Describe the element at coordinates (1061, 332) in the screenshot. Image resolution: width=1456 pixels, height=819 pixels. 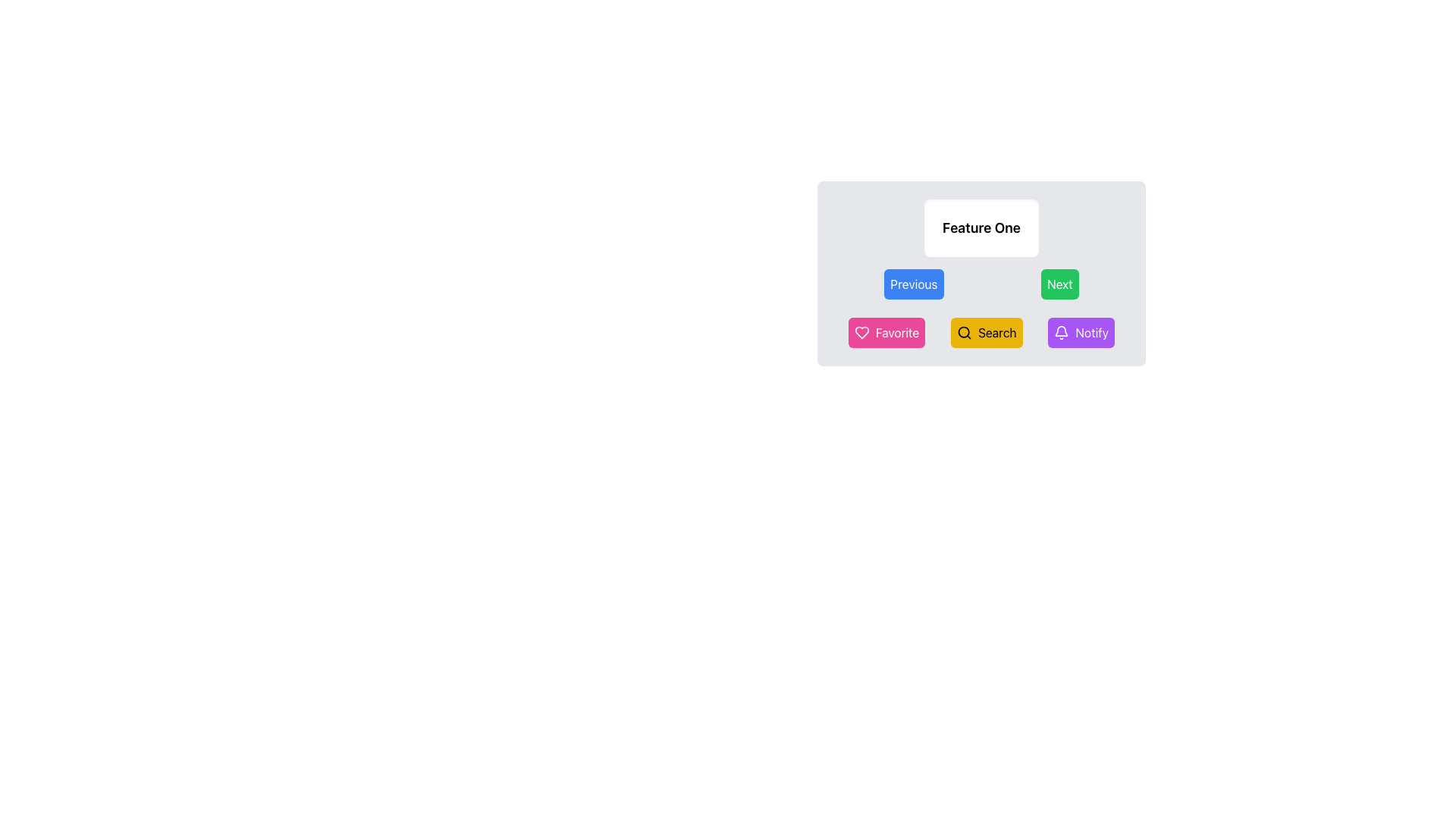
I see `the bell icon located within a purple circular background, next to the 'Notify' label` at that location.